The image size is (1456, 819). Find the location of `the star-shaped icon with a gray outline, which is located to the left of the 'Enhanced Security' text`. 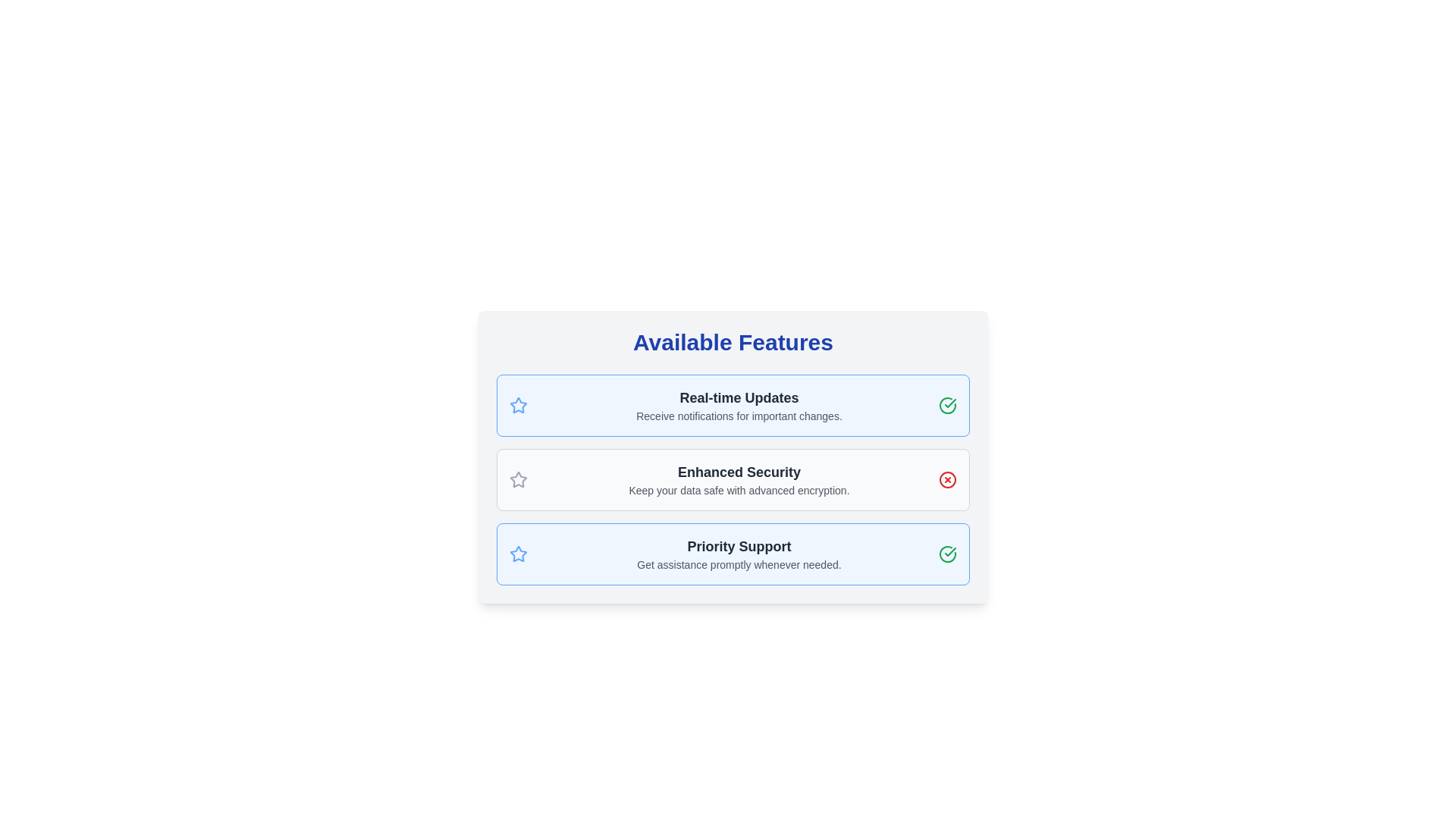

the star-shaped icon with a gray outline, which is located to the left of the 'Enhanced Security' text is located at coordinates (519, 479).